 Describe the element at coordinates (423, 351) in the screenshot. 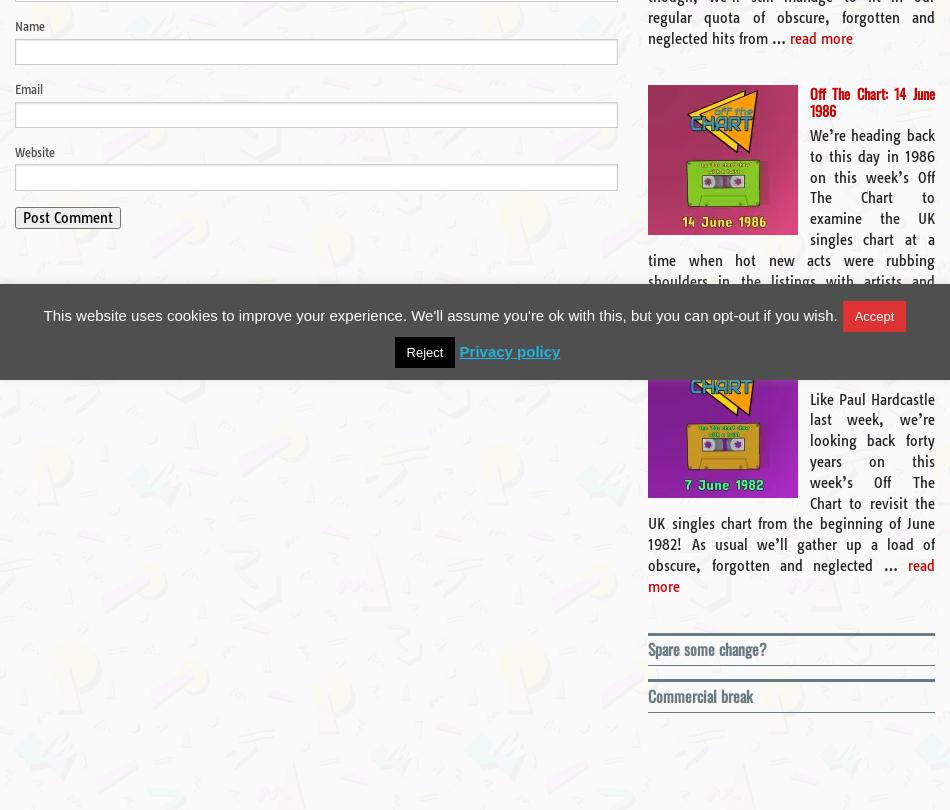

I see `'Reject'` at that location.